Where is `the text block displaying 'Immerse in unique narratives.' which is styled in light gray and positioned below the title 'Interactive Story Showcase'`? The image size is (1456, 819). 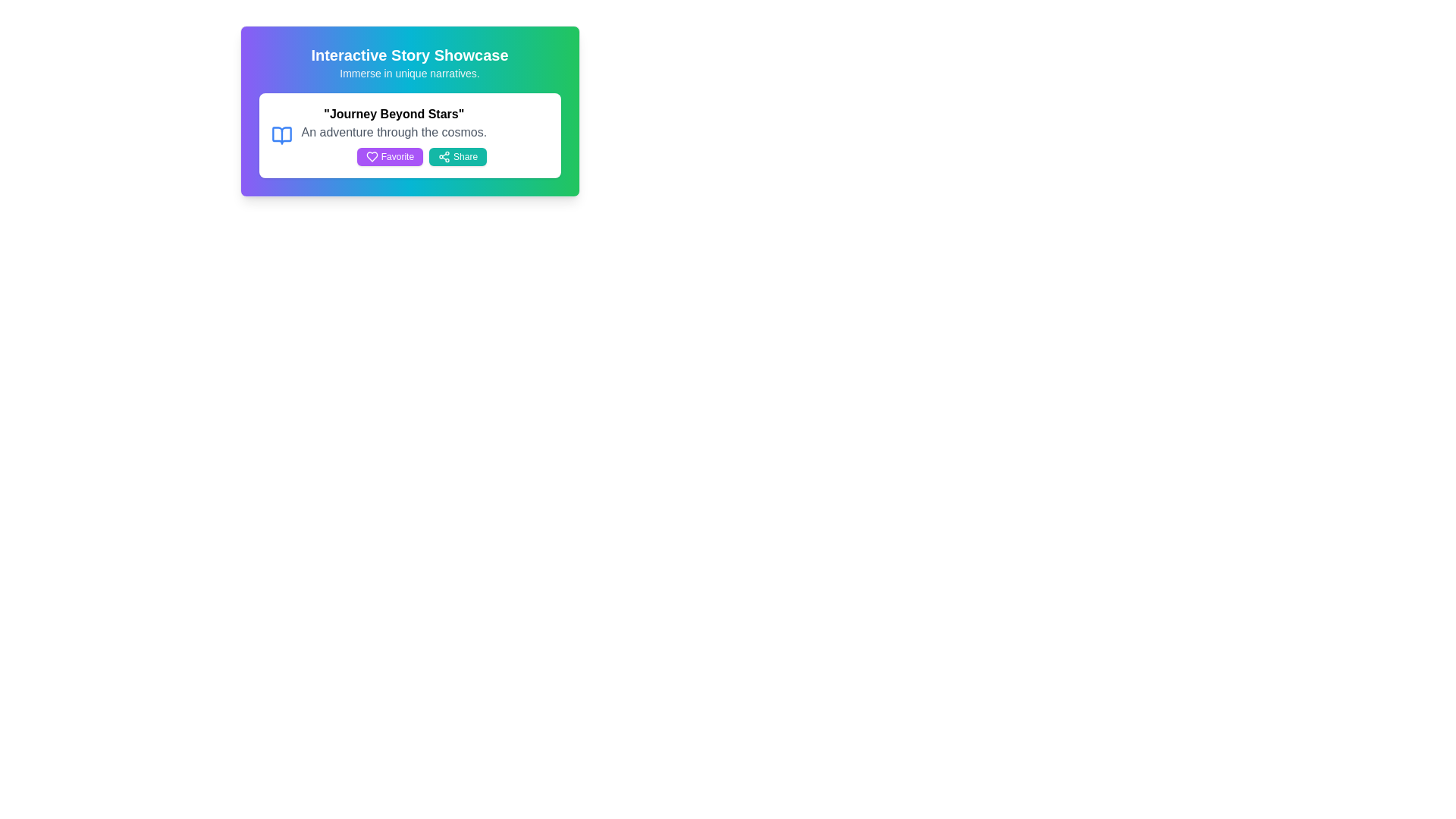
the text block displaying 'Immerse in unique narratives.' which is styled in light gray and positioned below the title 'Interactive Story Showcase' is located at coordinates (409, 73).